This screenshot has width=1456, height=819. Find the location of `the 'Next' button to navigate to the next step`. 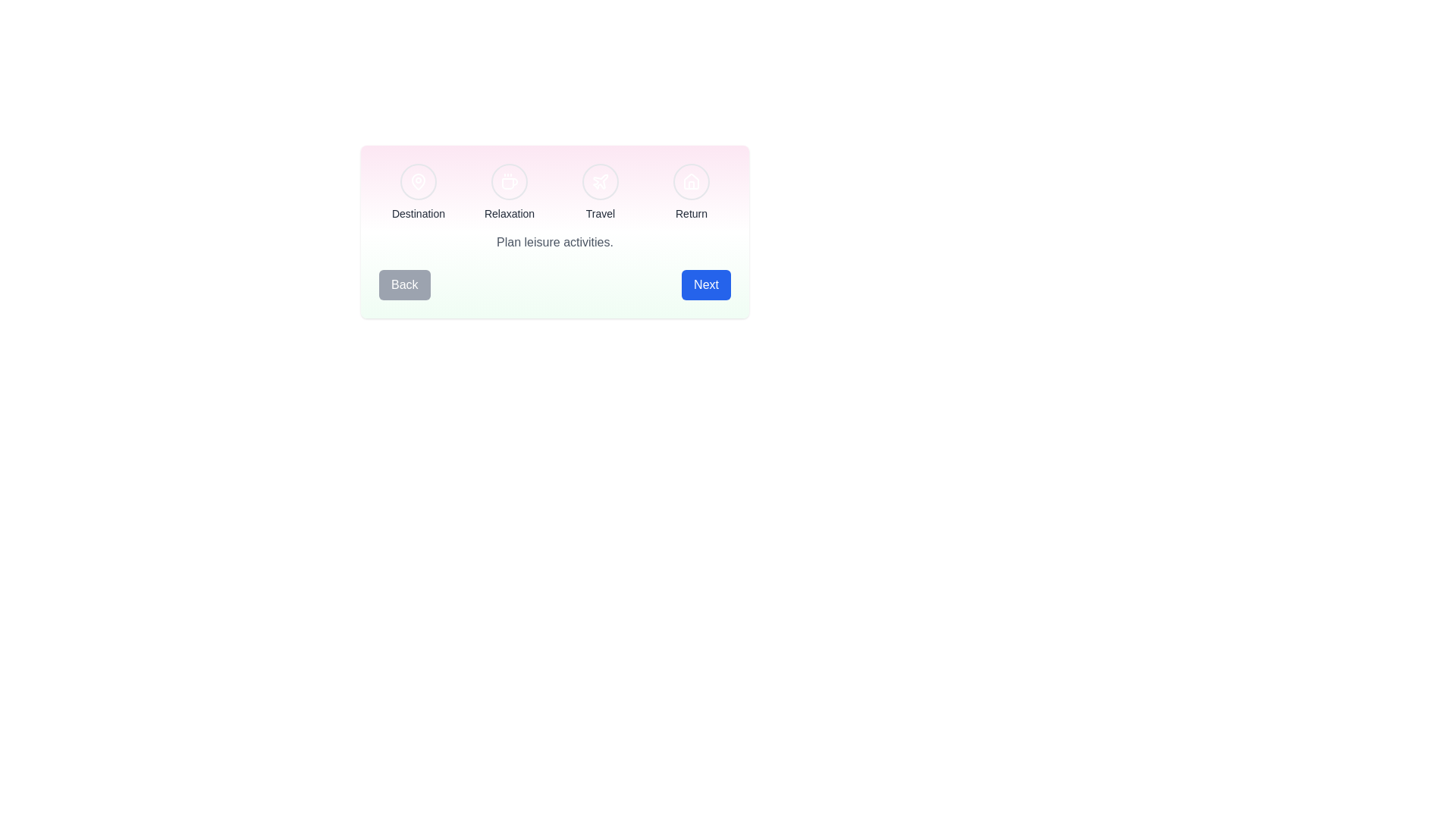

the 'Next' button to navigate to the next step is located at coordinates (705, 284).